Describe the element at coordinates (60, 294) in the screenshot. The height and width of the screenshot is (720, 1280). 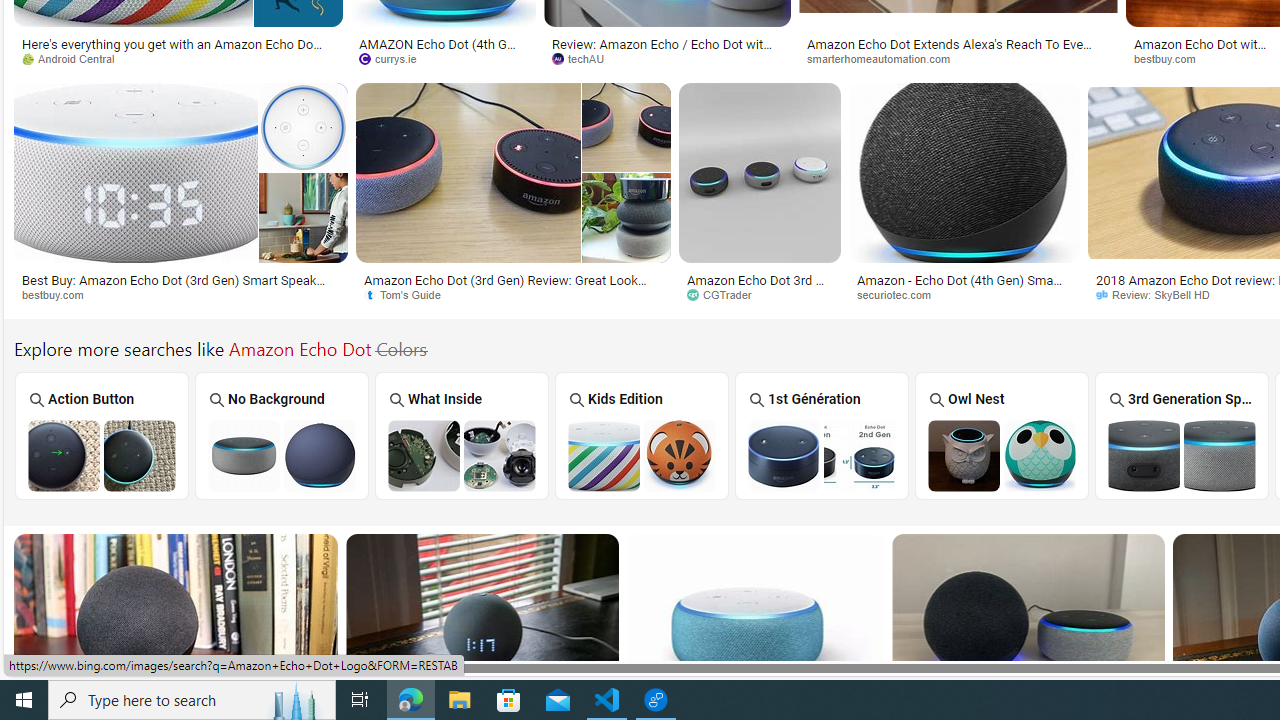
I see `'bestbuy.com'` at that location.